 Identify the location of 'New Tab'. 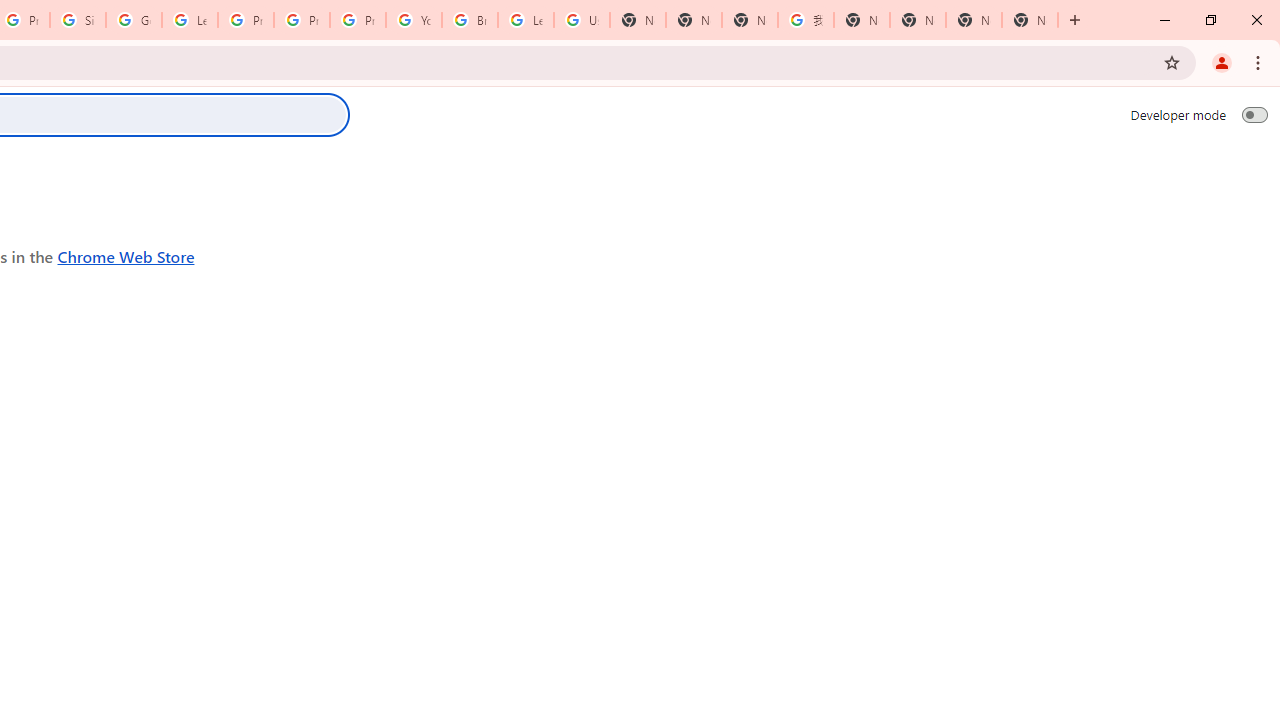
(1030, 20).